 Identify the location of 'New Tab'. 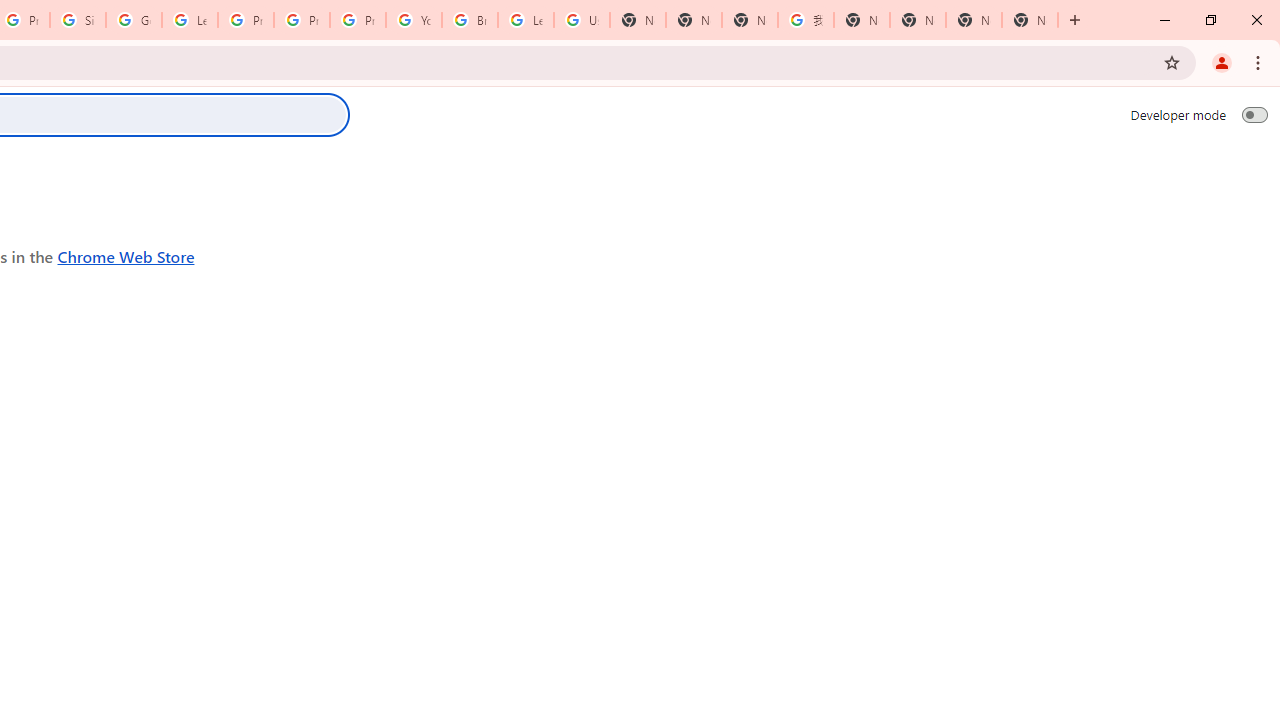
(1030, 20).